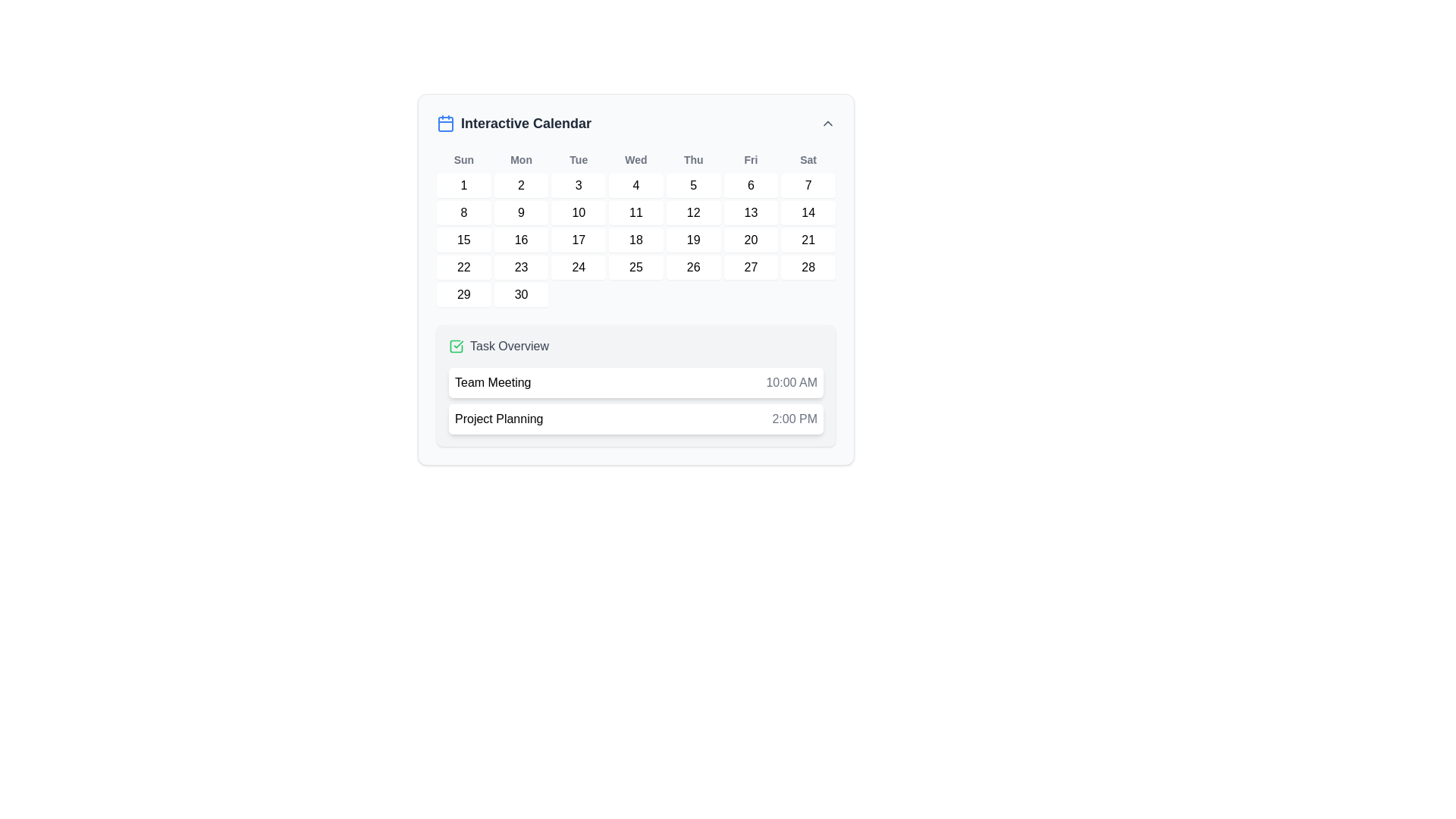 The width and height of the screenshot is (1456, 819). Describe the element at coordinates (578, 160) in the screenshot. I see `the static text element indicating the day abbreviation 'Tuesday', which is positioned in the calendar row between 'Mon' and 'Wed'` at that location.